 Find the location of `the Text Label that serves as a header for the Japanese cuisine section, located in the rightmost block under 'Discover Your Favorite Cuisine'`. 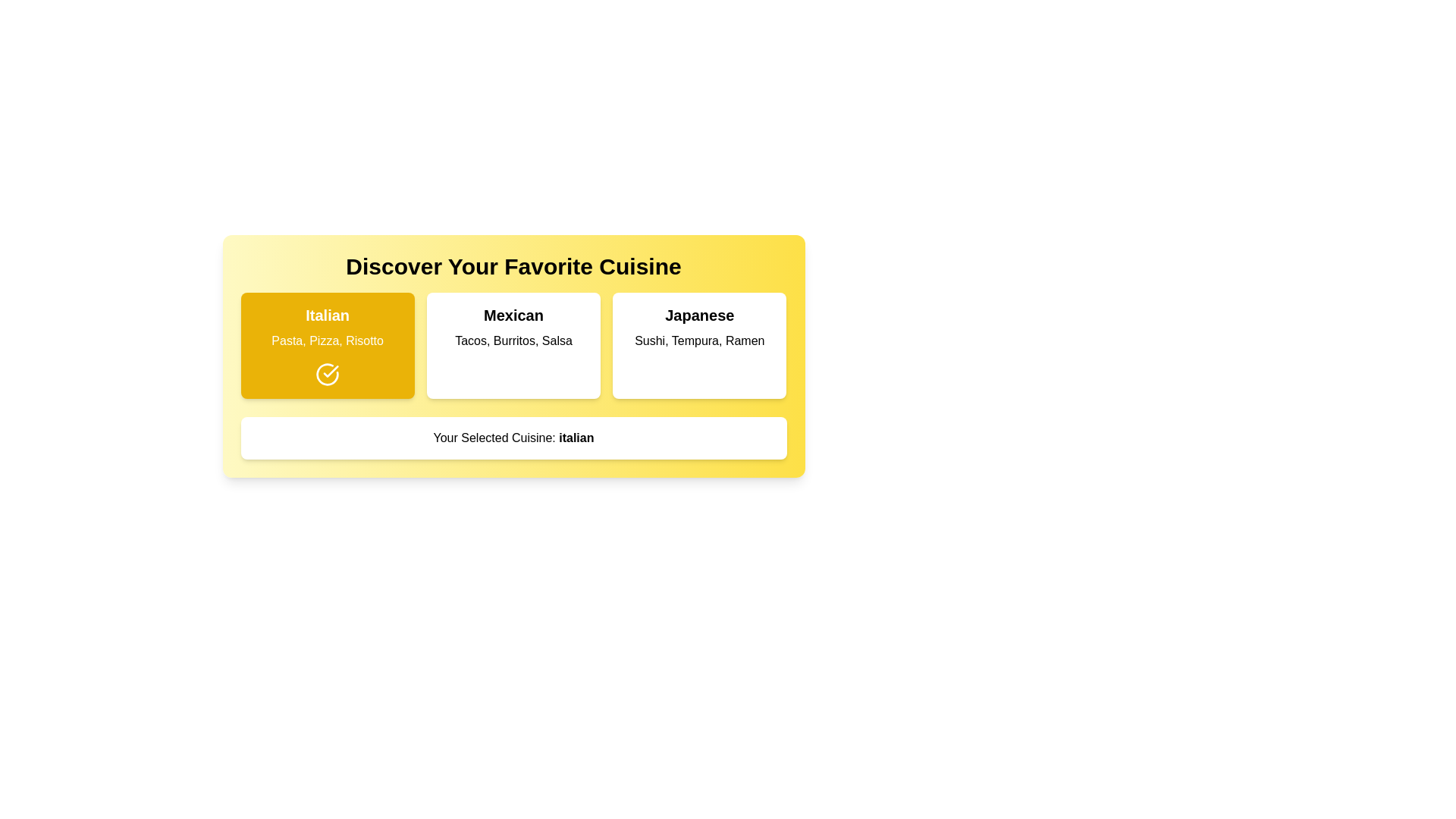

the Text Label that serves as a header for the Japanese cuisine section, located in the rightmost block under 'Discover Your Favorite Cuisine' is located at coordinates (698, 315).